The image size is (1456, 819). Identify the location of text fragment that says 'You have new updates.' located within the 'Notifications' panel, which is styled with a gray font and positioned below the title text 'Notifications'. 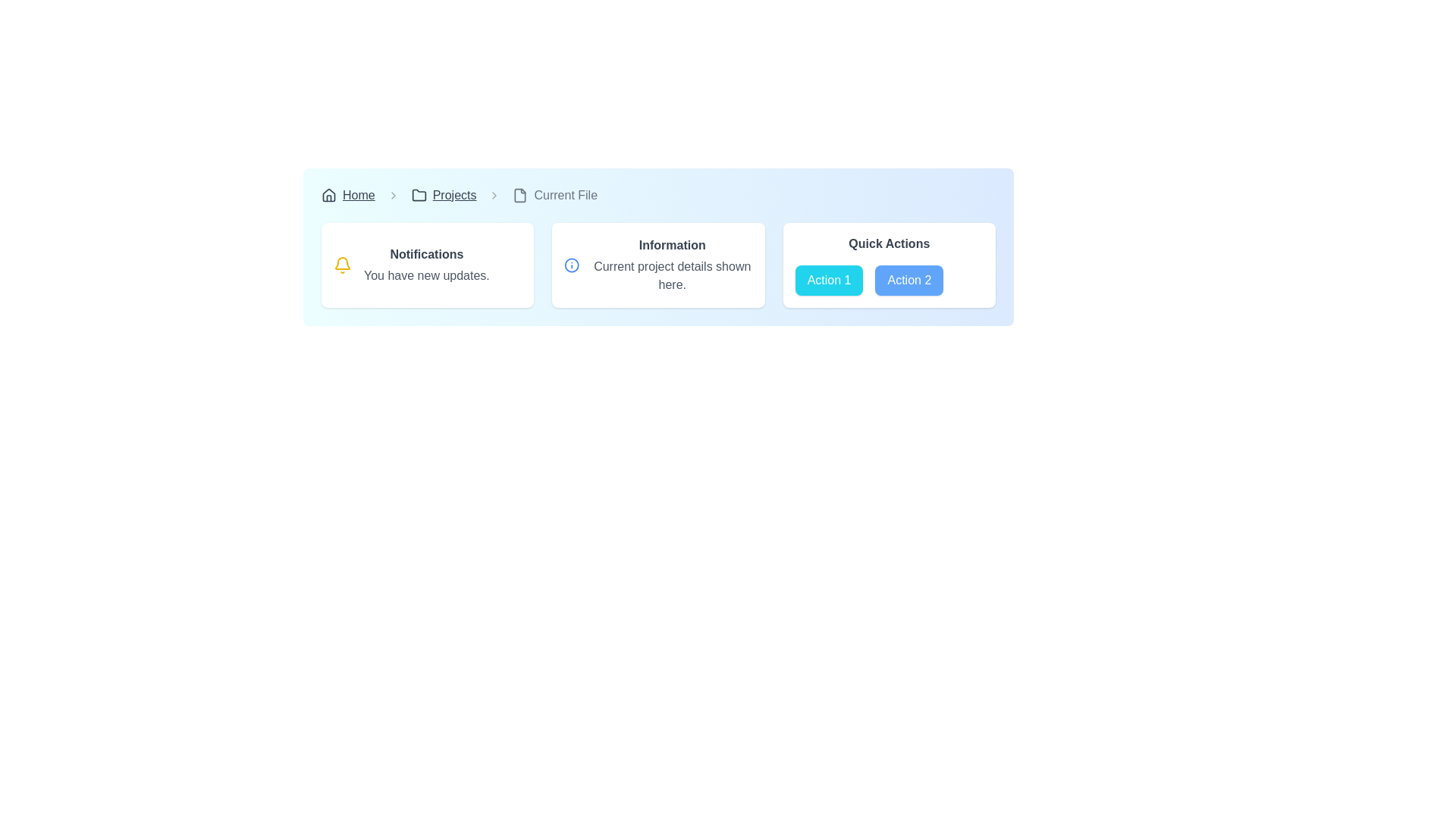
(425, 275).